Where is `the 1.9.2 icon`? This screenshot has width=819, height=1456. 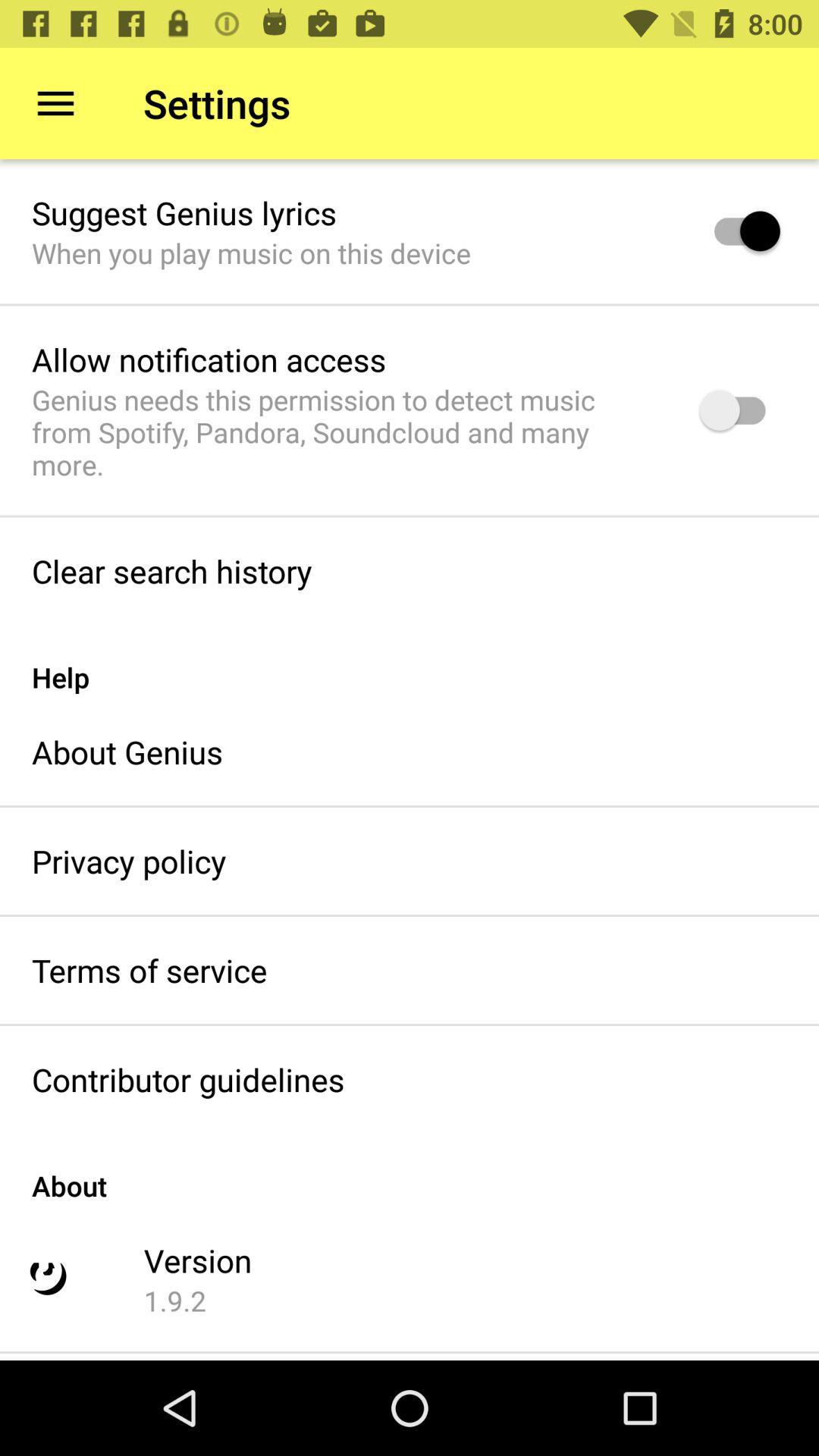
the 1.9.2 icon is located at coordinates (174, 1300).